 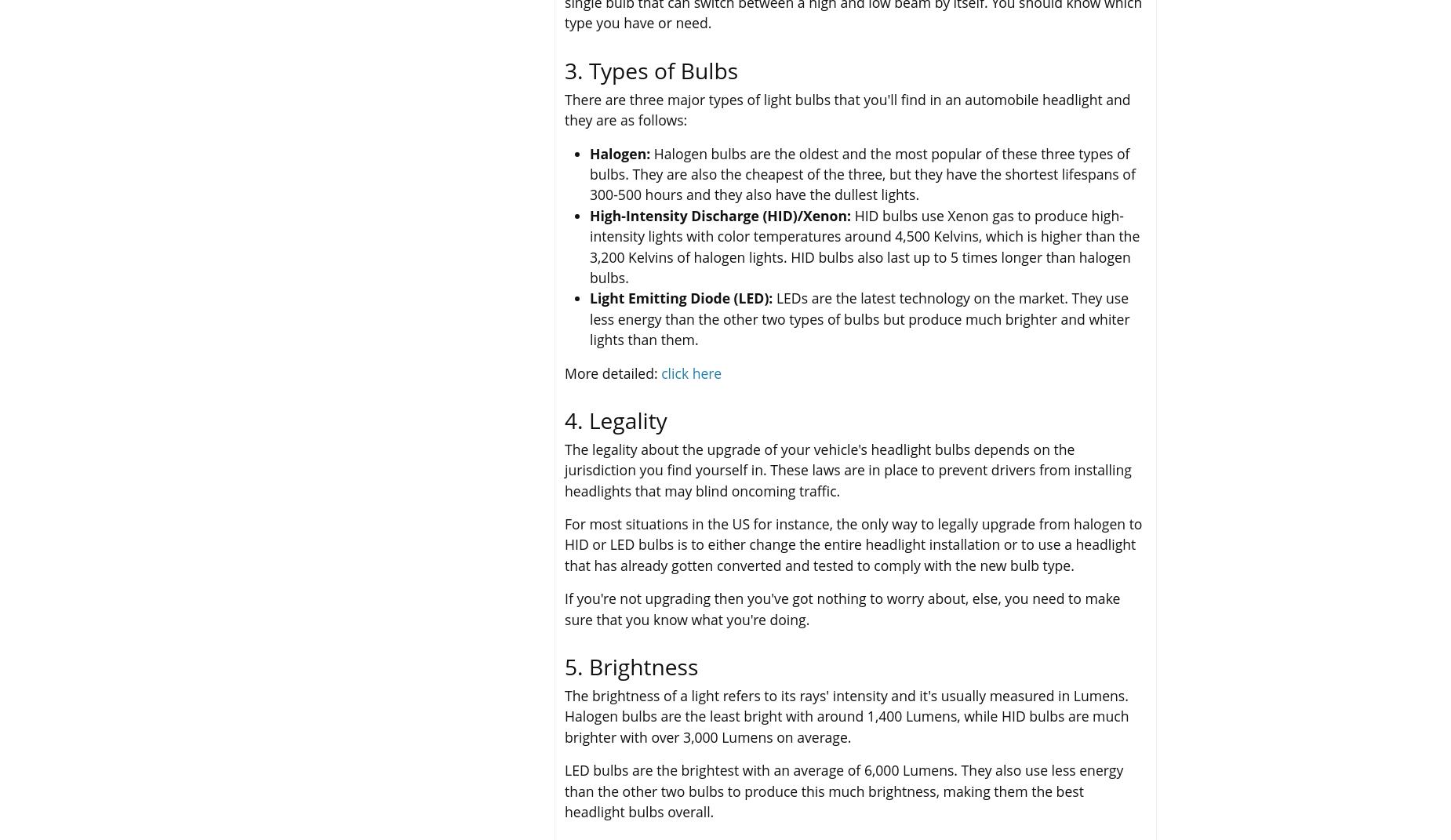 I want to click on 'click here', so click(x=691, y=371).